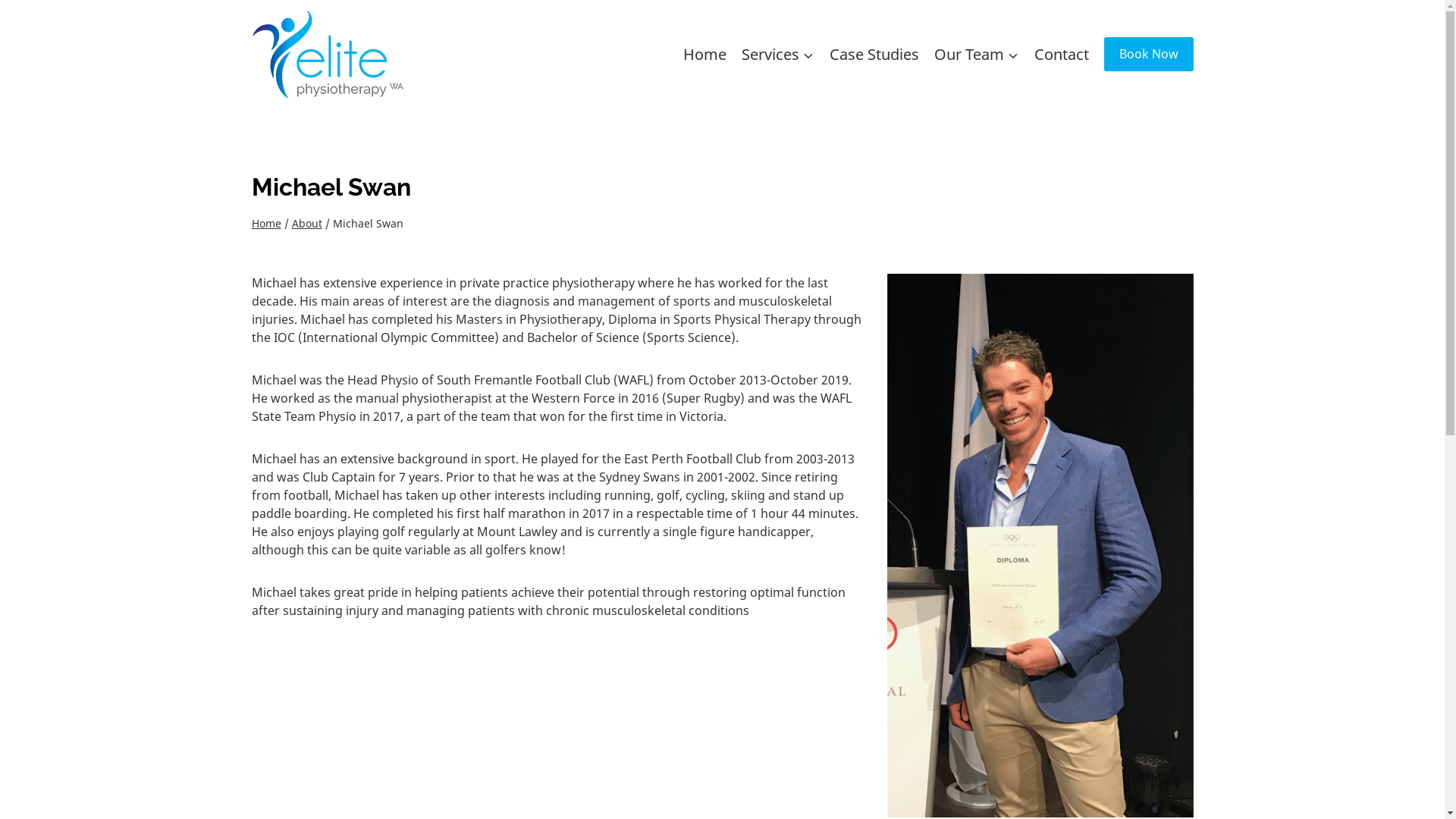  Describe the element at coordinates (976, 52) in the screenshot. I see `'Our Team'` at that location.